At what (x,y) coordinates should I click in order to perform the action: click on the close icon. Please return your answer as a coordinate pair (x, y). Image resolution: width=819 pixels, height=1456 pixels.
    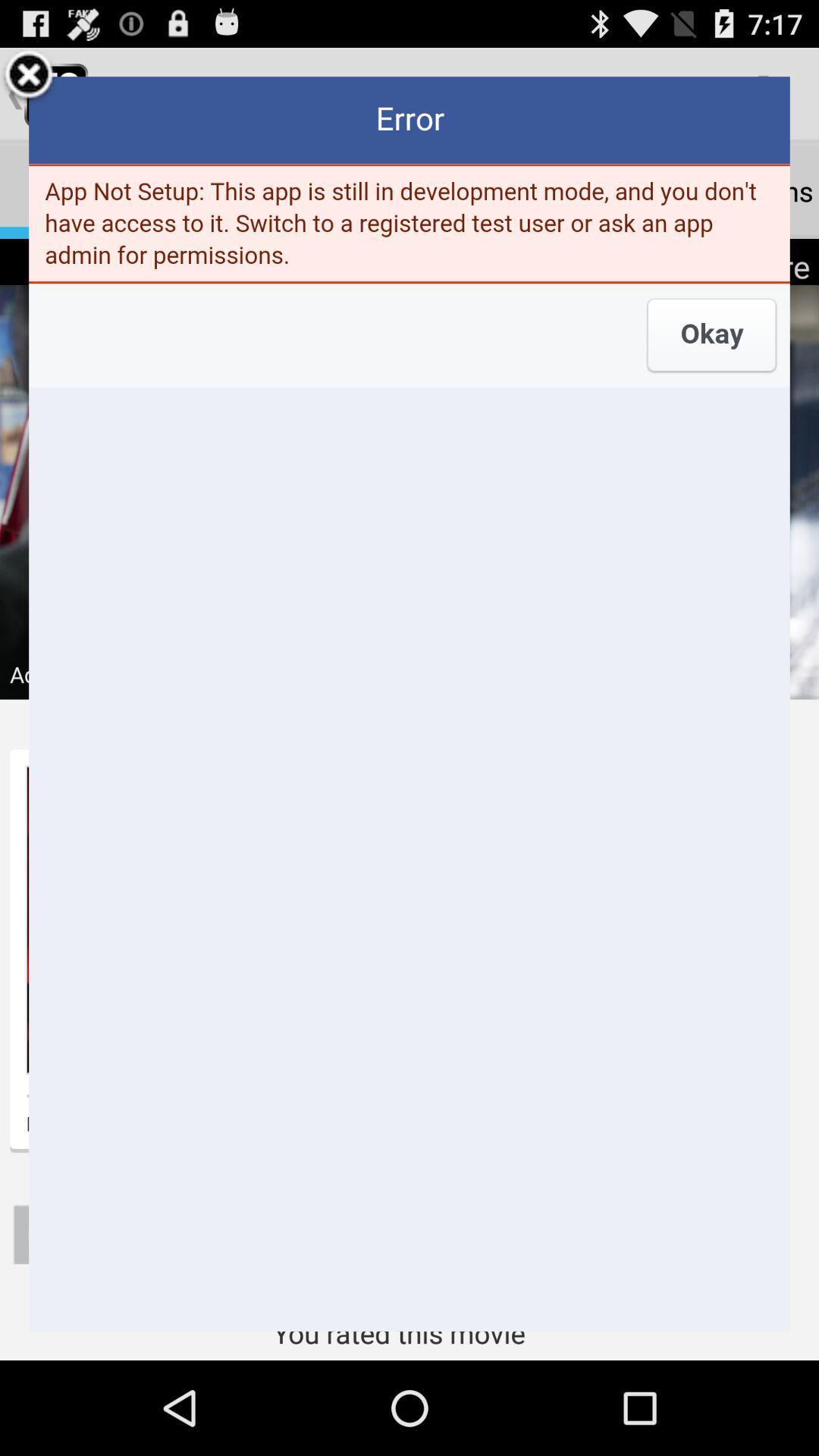
    Looking at the image, I should click on (29, 81).